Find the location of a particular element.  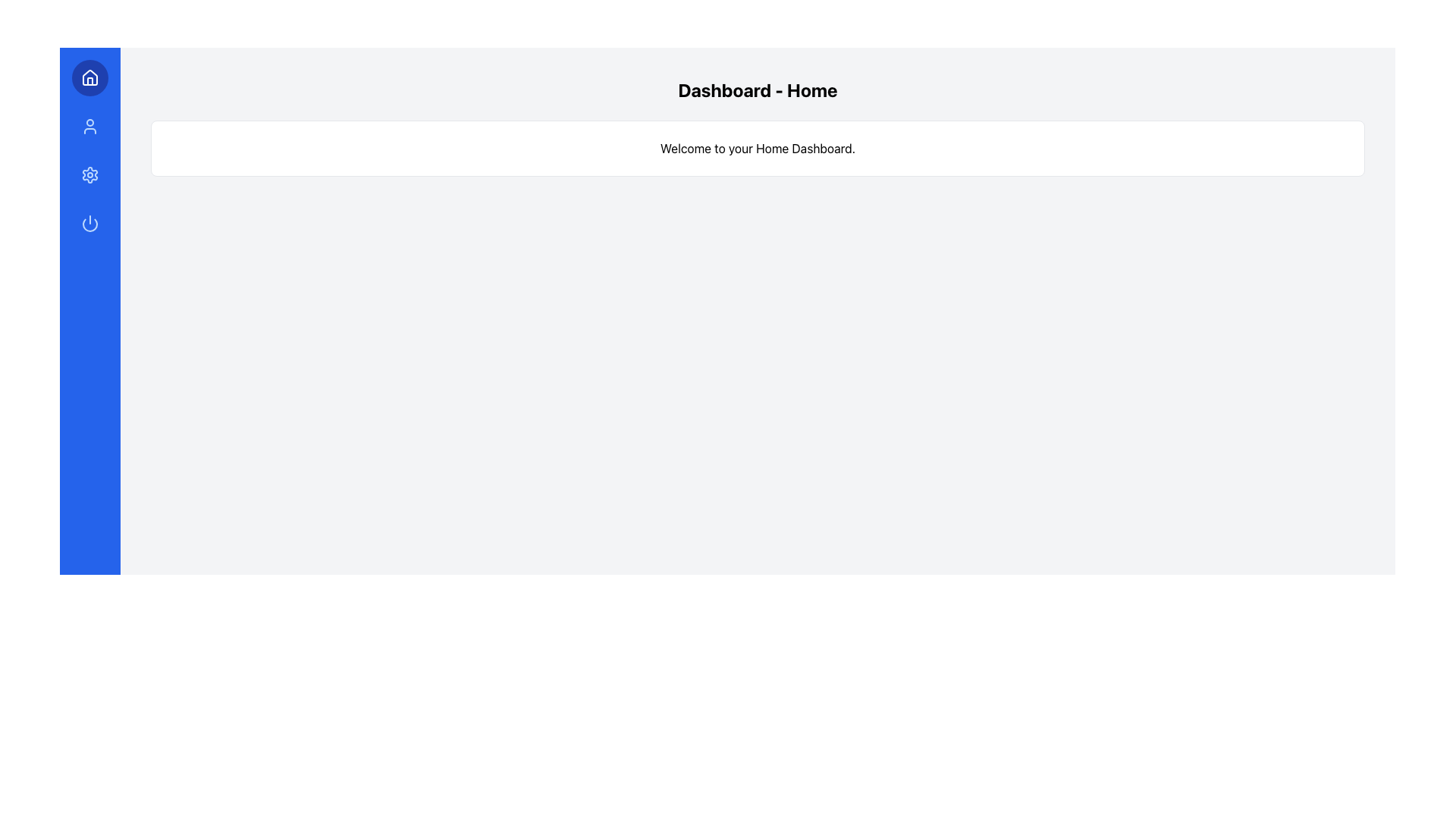

the circular button with a gear symbol, which is the fourth icon in the vertical navigation bar is located at coordinates (89, 174).